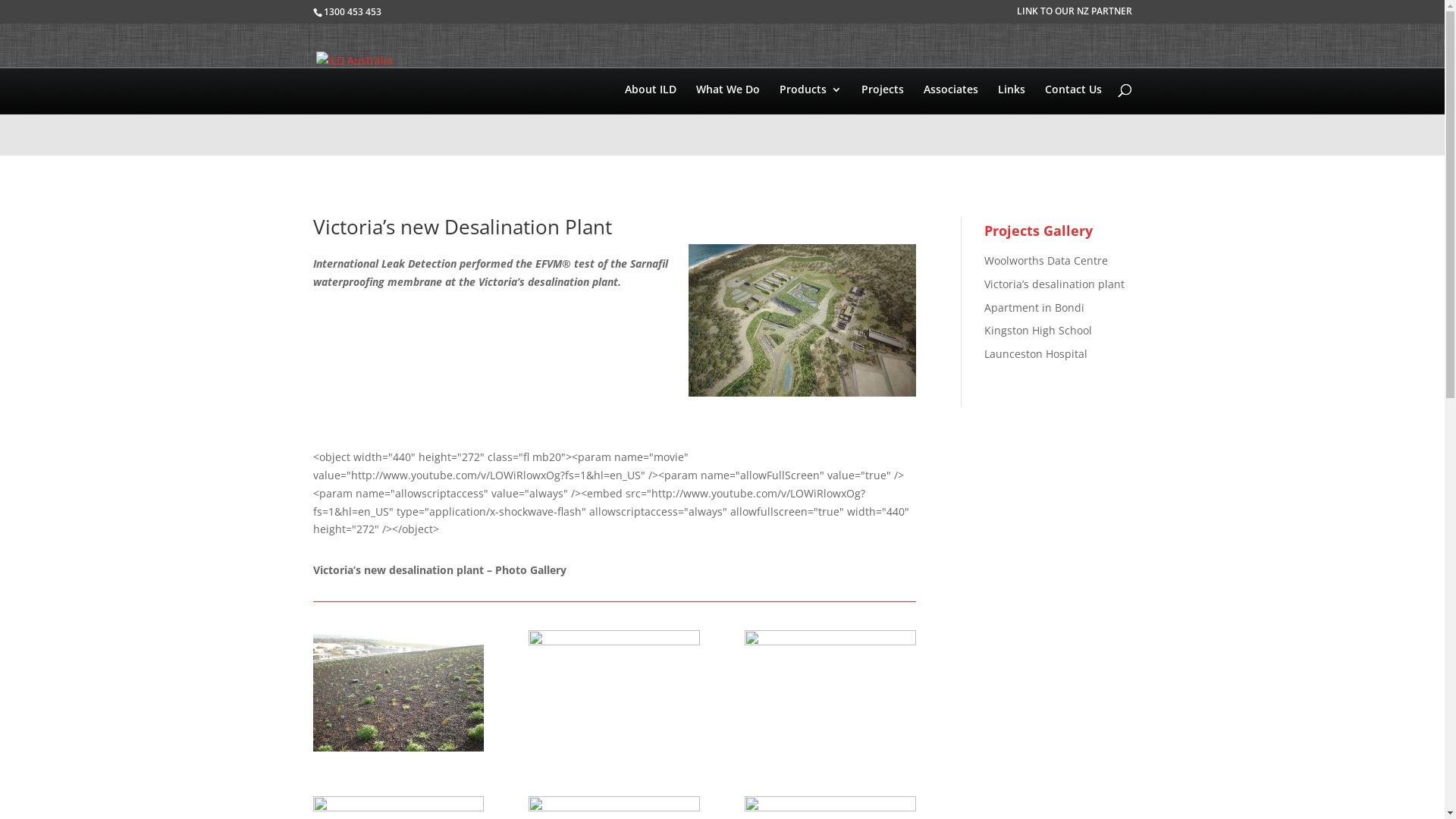 This screenshot has height=819, width=1456. What do you see at coordinates (728, 119) in the screenshot?
I see `'What We Do'` at bounding box center [728, 119].